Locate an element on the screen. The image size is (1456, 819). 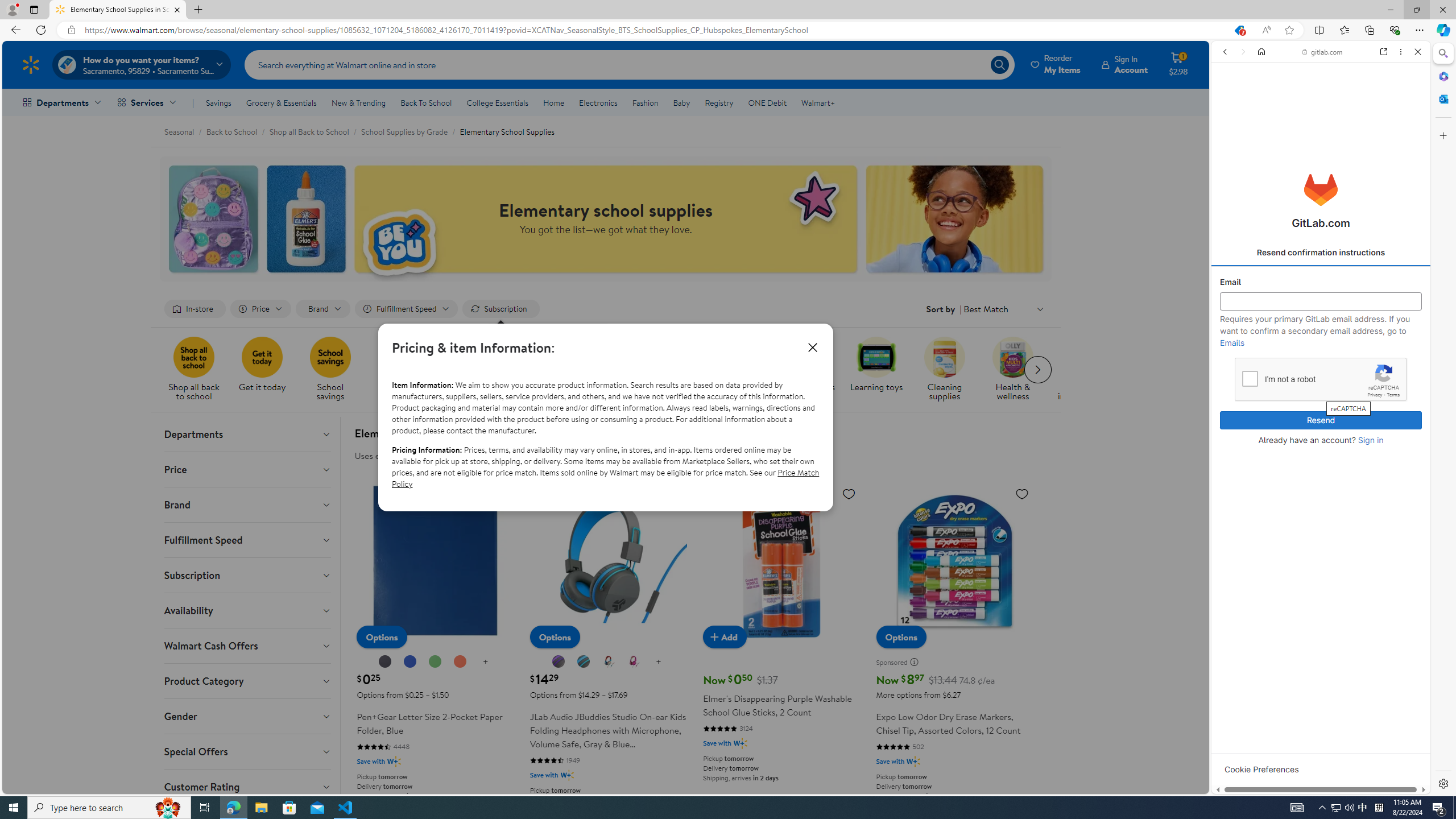
'SEARCH TOOLS' is located at coordinates (1347, 130).